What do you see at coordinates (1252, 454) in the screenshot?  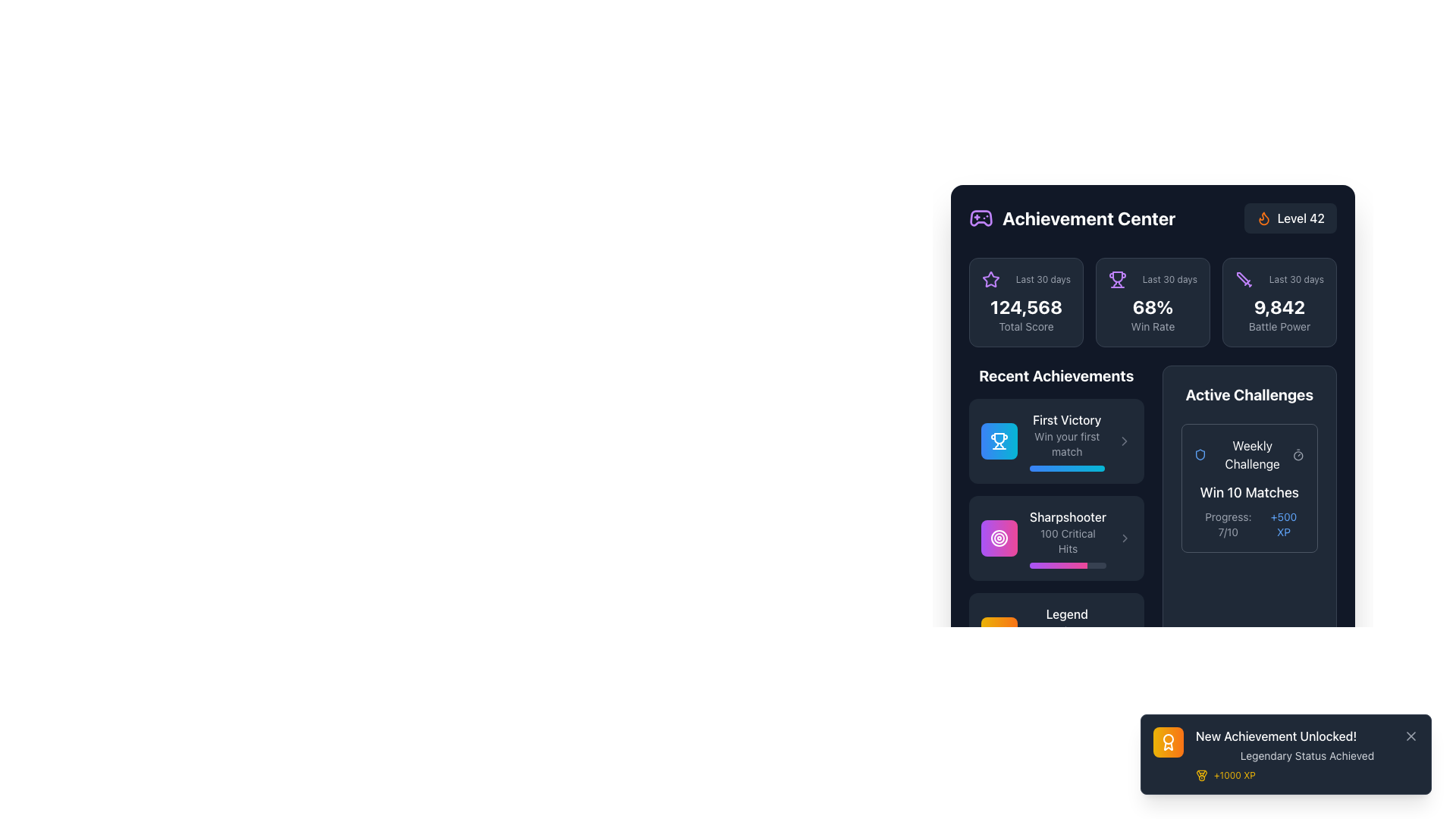 I see `the 'Weekly Challenge' static text label located at the top of the 'Active Challenges' section, which identifies the current challenge and is accompanied by a shield icon` at bounding box center [1252, 454].